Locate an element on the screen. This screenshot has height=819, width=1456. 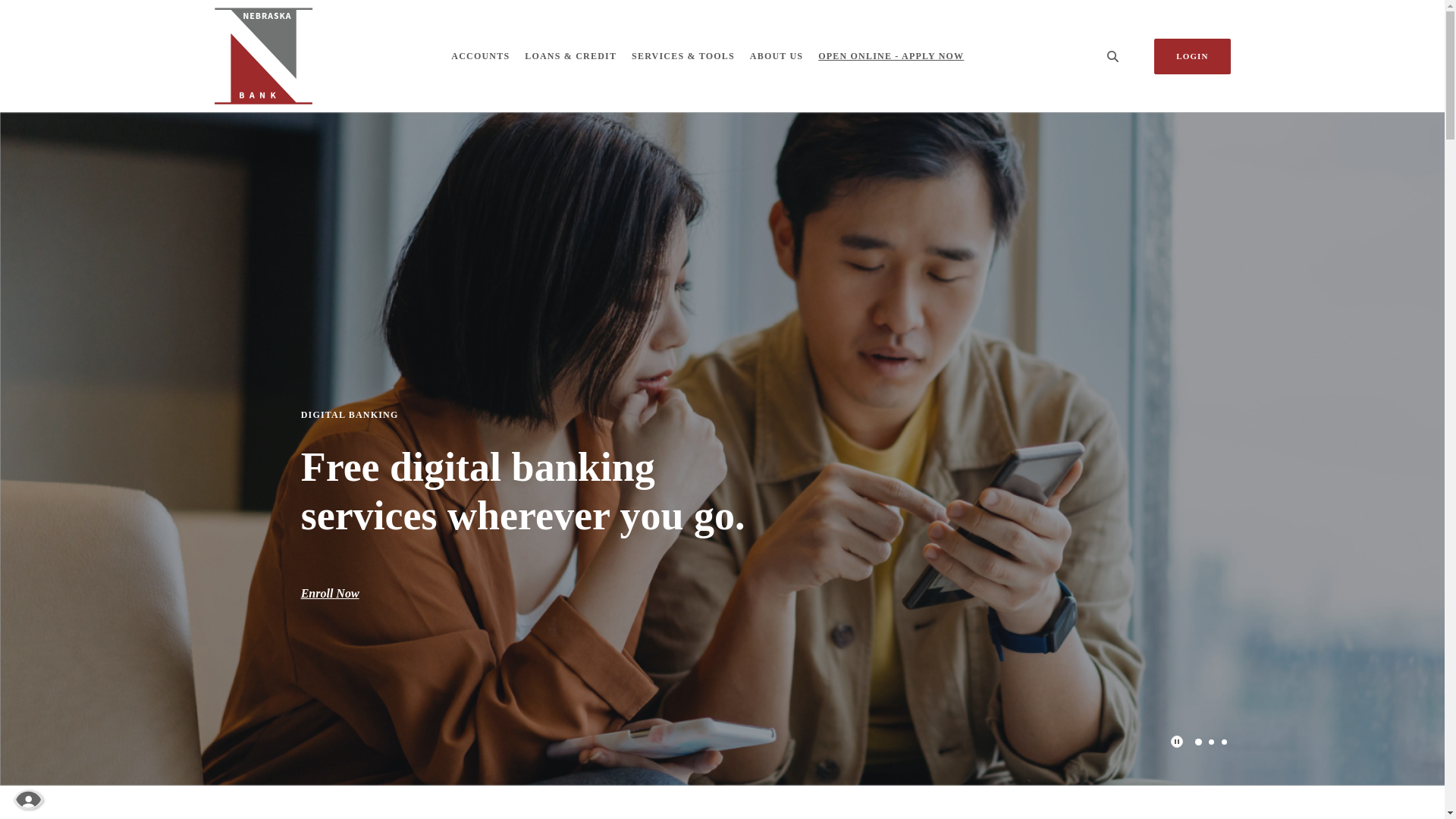
'Nebraska Bank, Dodge, NE' is located at coordinates (213, 55).